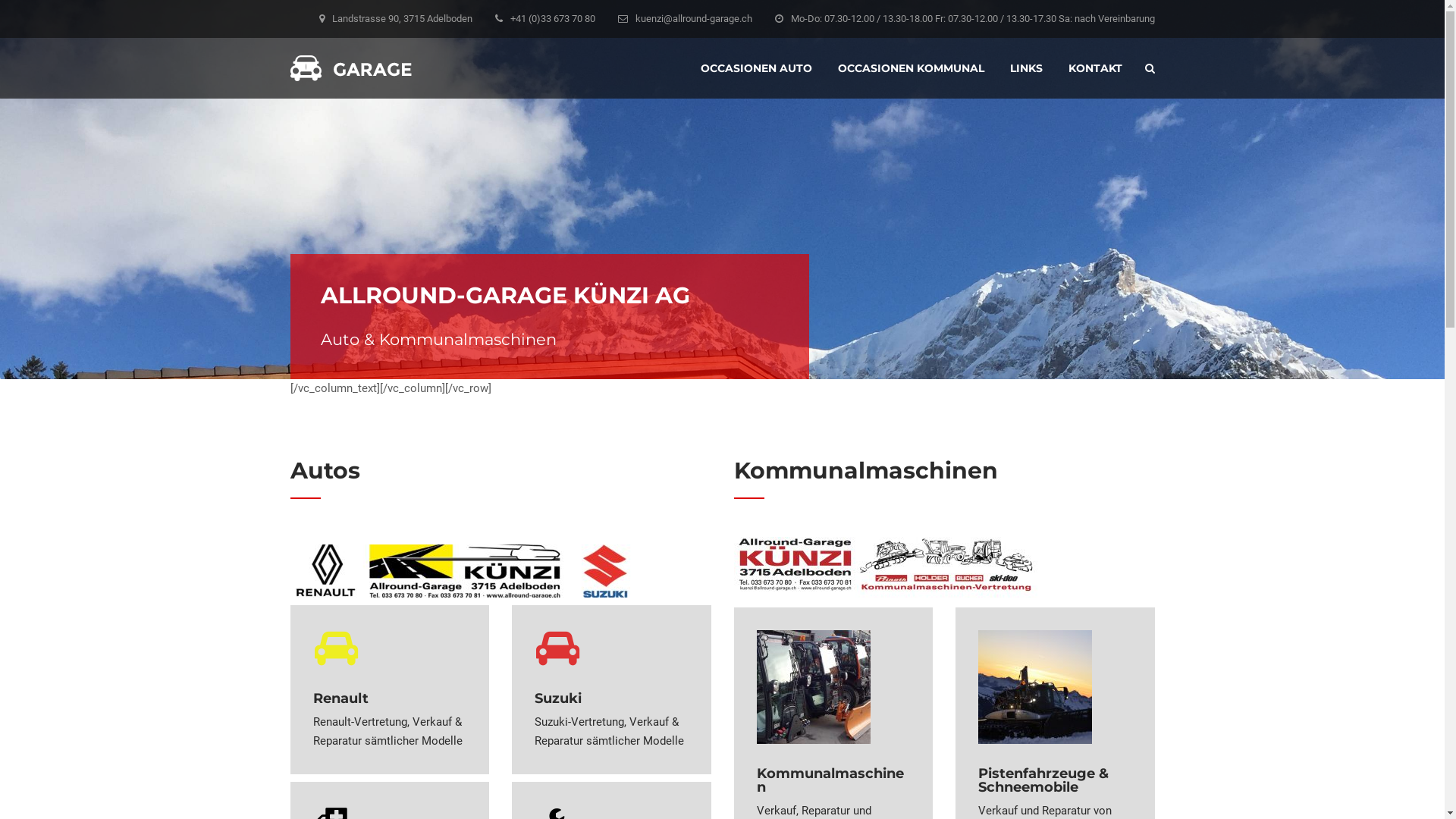  Describe the element at coordinates (700, 67) in the screenshot. I see `'OCCASIONEN AUTO'` at that location.